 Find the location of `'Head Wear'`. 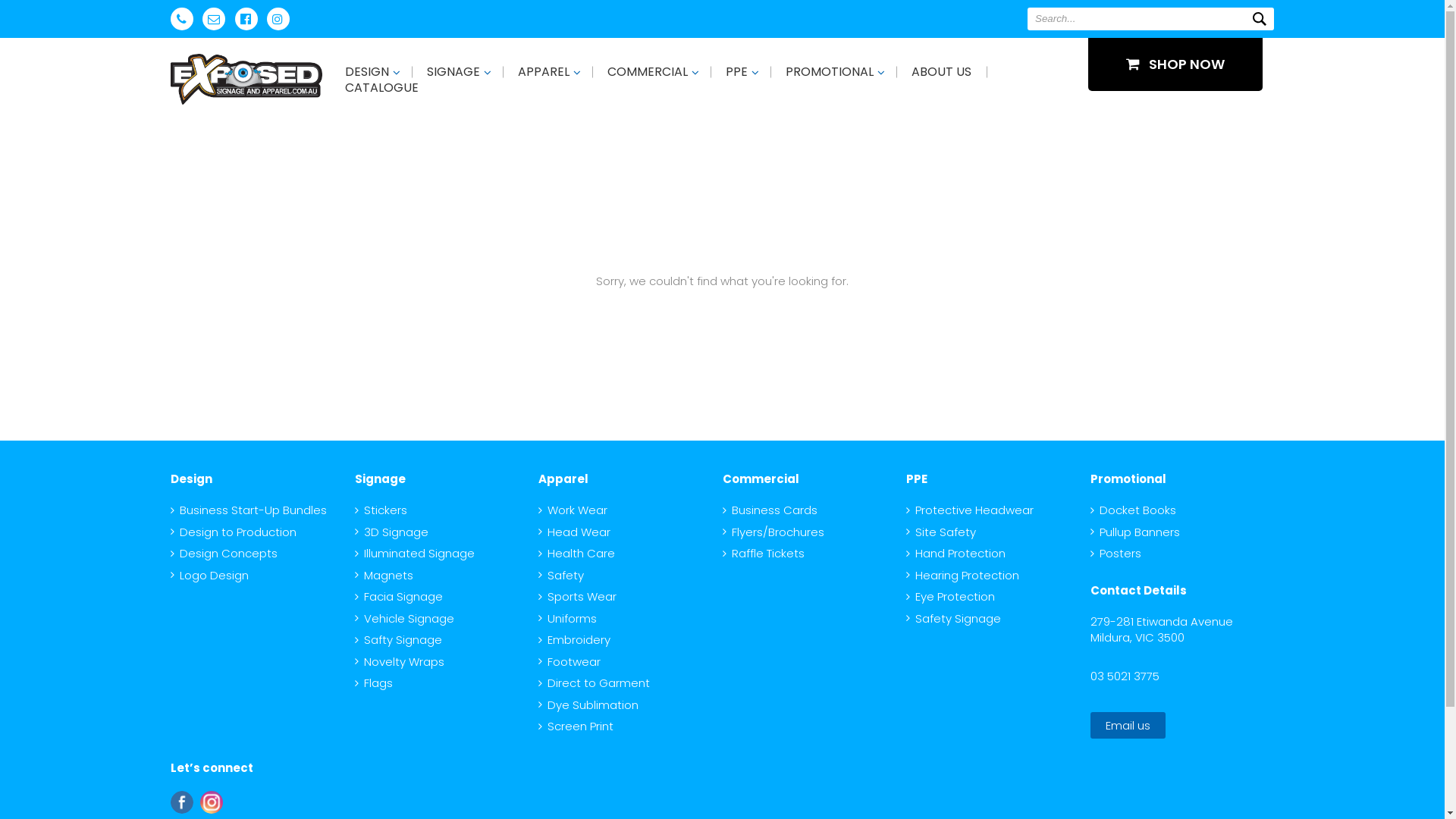

'Head Wear' is located at coordinates (573, 530).